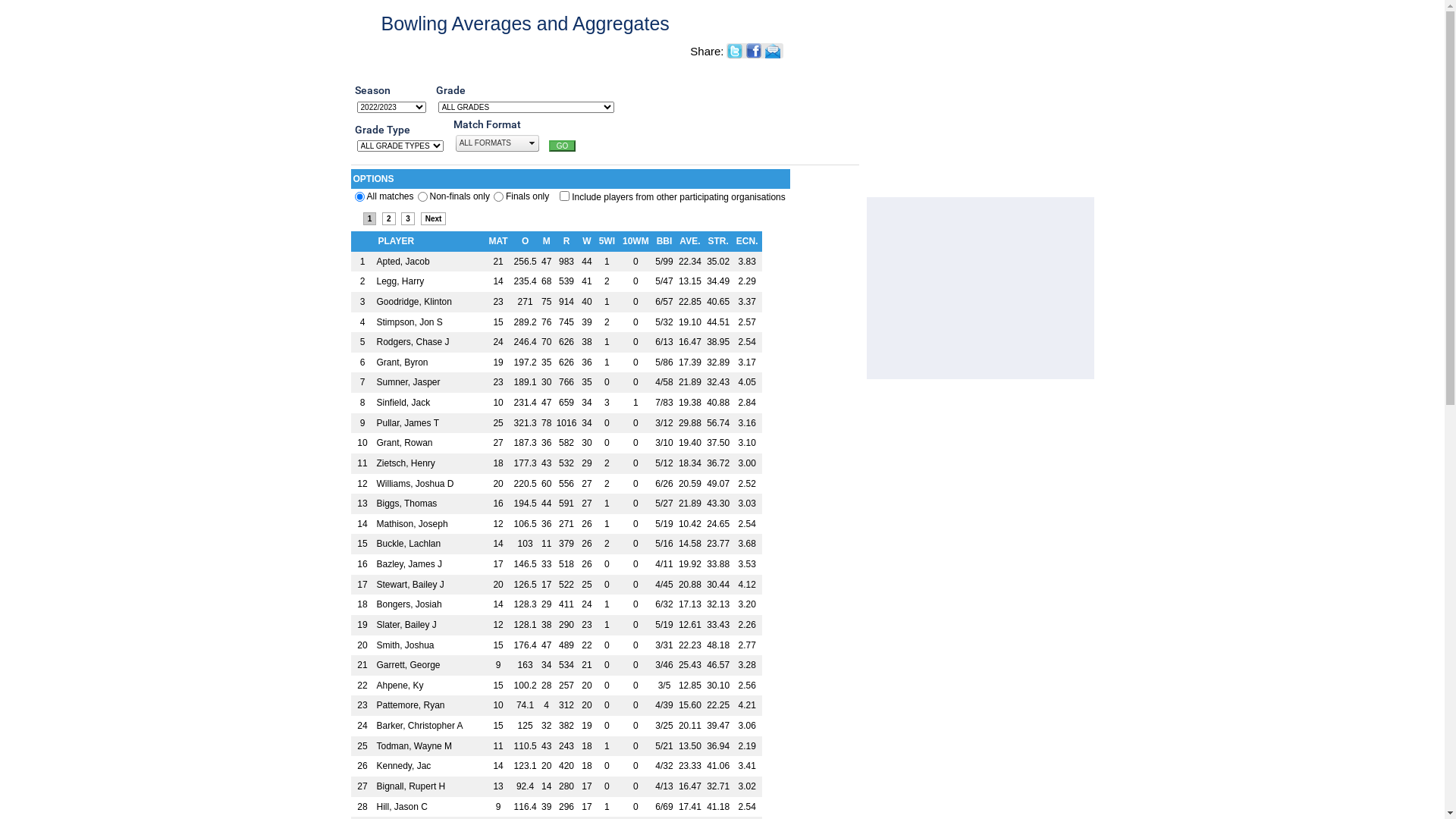 Image resolution: width=1456 pixels, height=819 pixels. I want to click on '2', so click(389, 218).